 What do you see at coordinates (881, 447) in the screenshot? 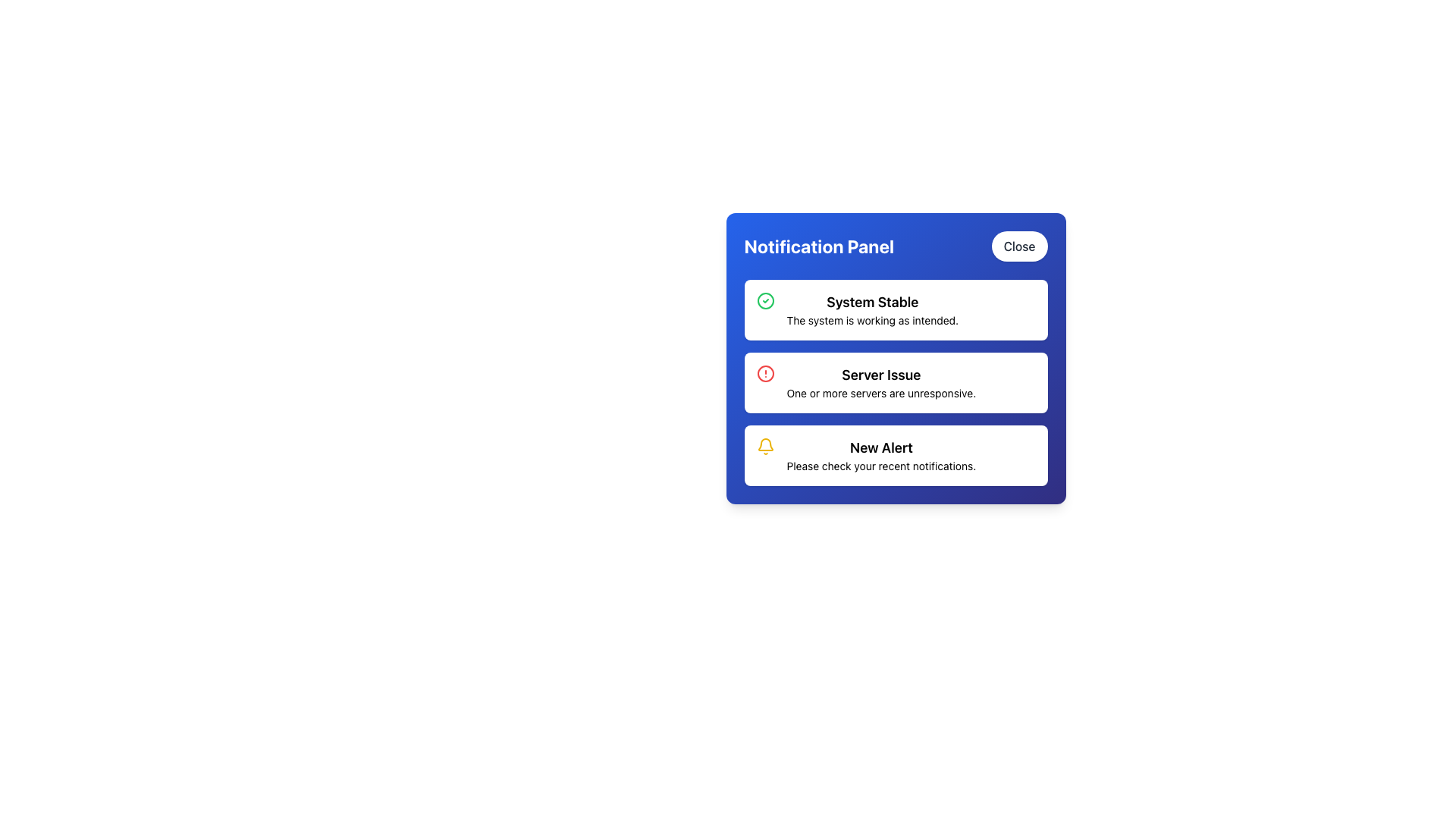
I see `the Text Label that serves as the title for the notification card located at the bottom of the Notification Panel, positioned to the left of a yellow bell icon, above a smaller descriptive text` at bounding box center [881, 447].